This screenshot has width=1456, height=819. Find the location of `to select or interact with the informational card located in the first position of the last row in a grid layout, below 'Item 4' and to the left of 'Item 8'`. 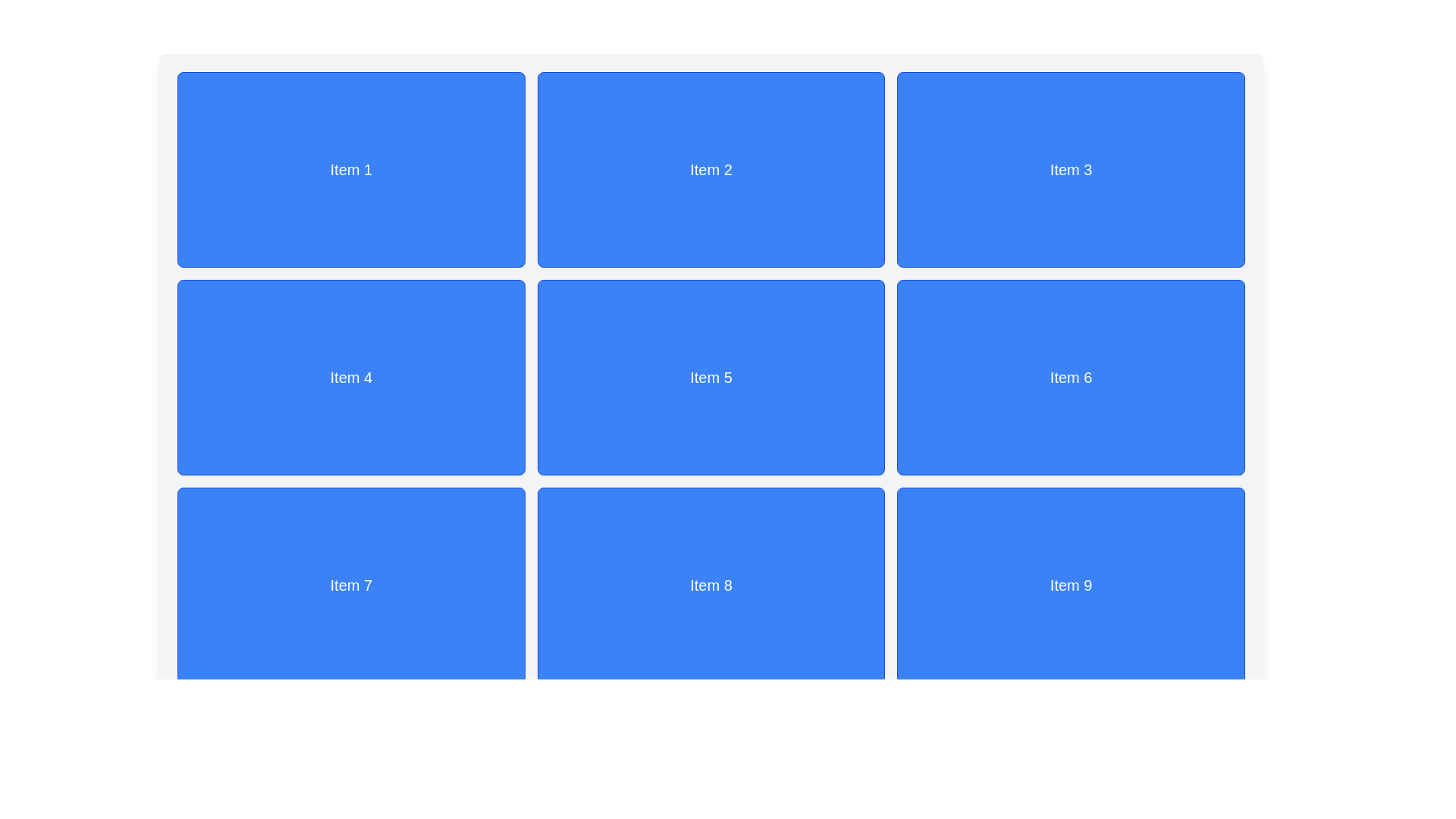

to select or interact with the informational card located in the first position of the last row in a grid layout, below 'Item 4' and to the left of 'Item 8' is located at coordinates (350, 584).